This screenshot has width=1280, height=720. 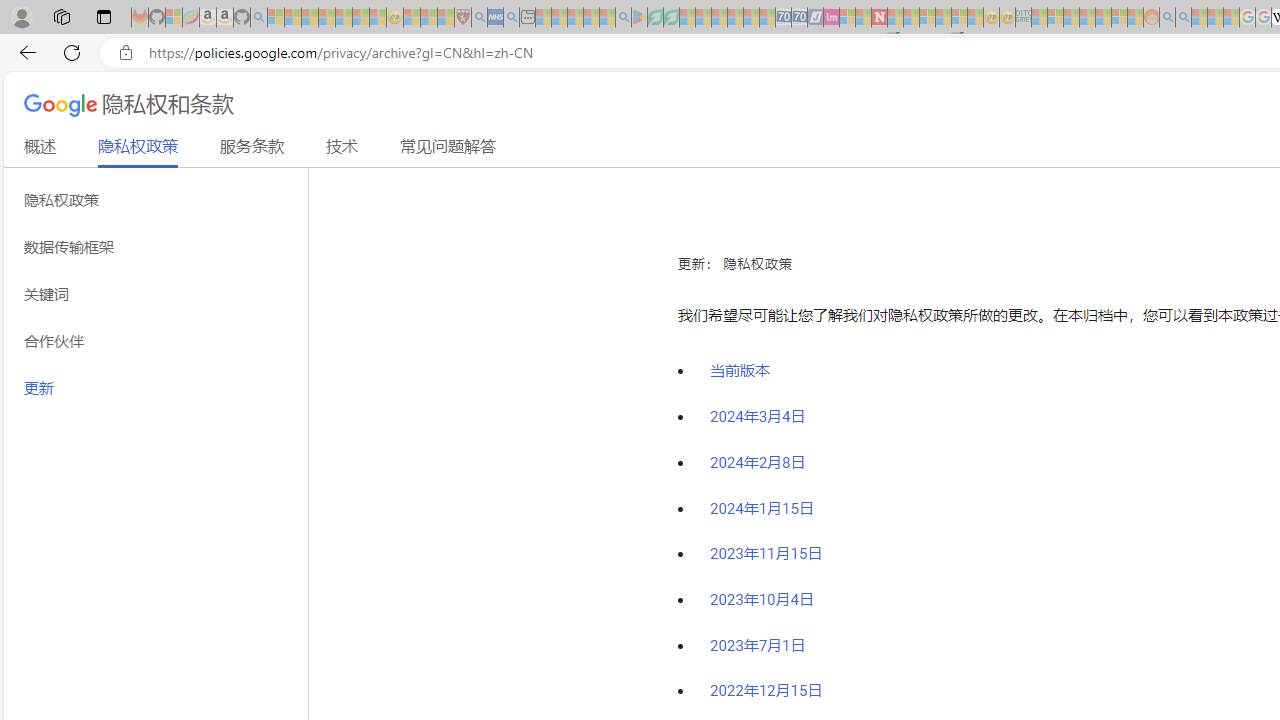 What do you see at coordinates (638, 17) in the screenshot?
I see `'Bluey: Let'` at bounding box center [638, 17].